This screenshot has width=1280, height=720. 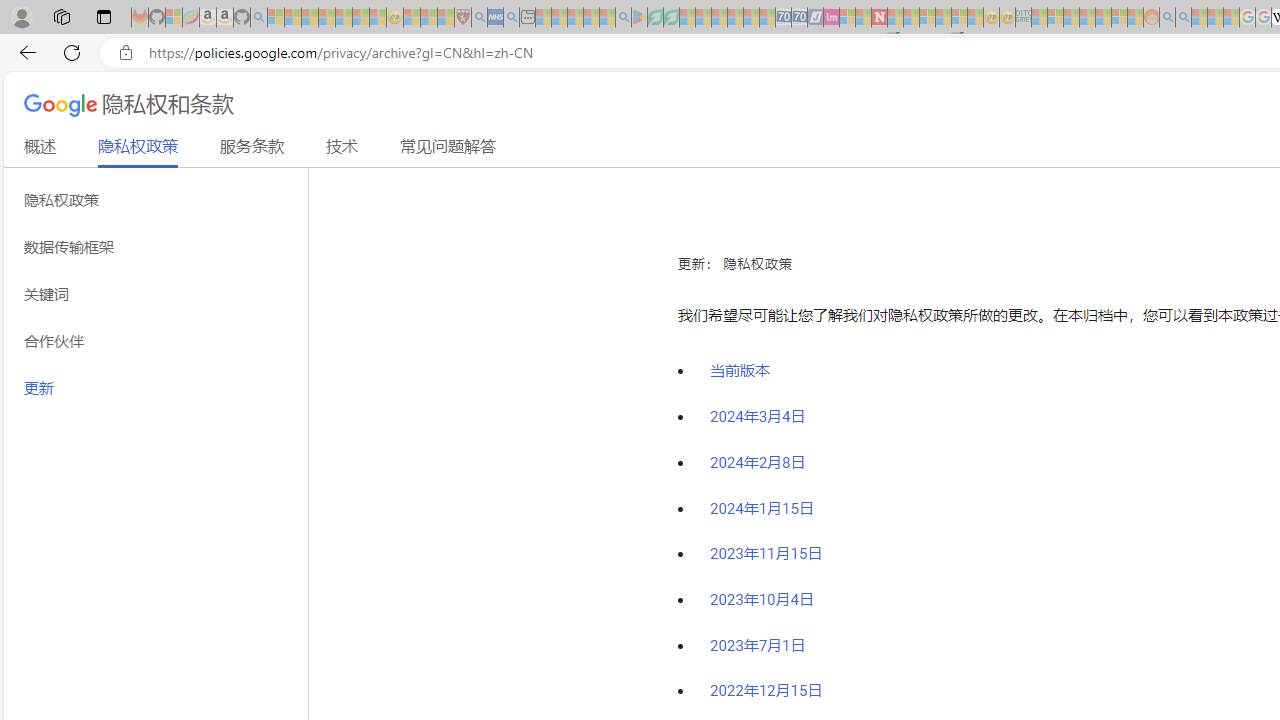 What do you see at coordinates (638, 17) in the screenshot?
I see `'Bluey: Let'` at bounding box center [638, 17].